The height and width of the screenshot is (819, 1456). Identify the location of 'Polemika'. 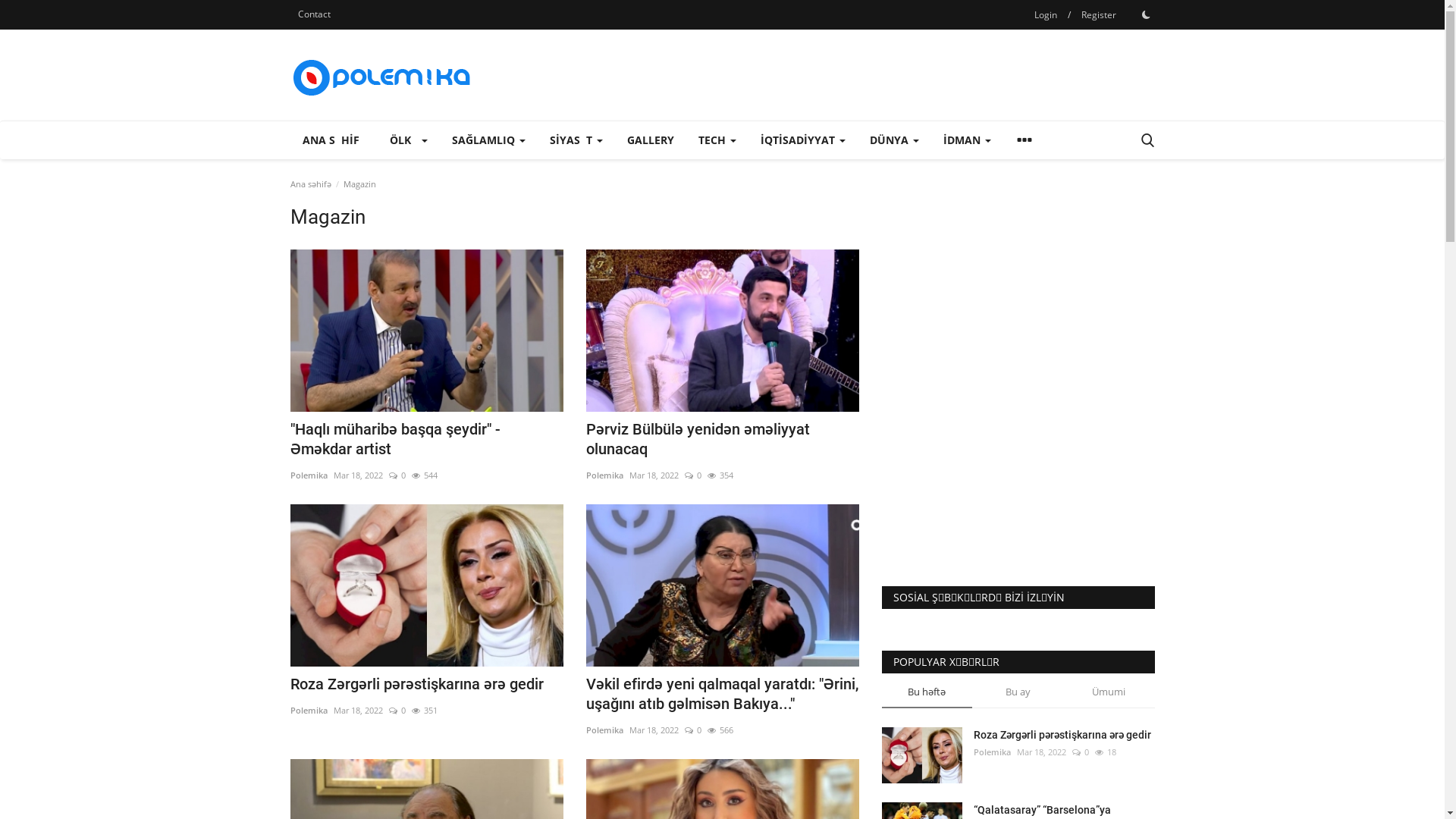
(603, 730).